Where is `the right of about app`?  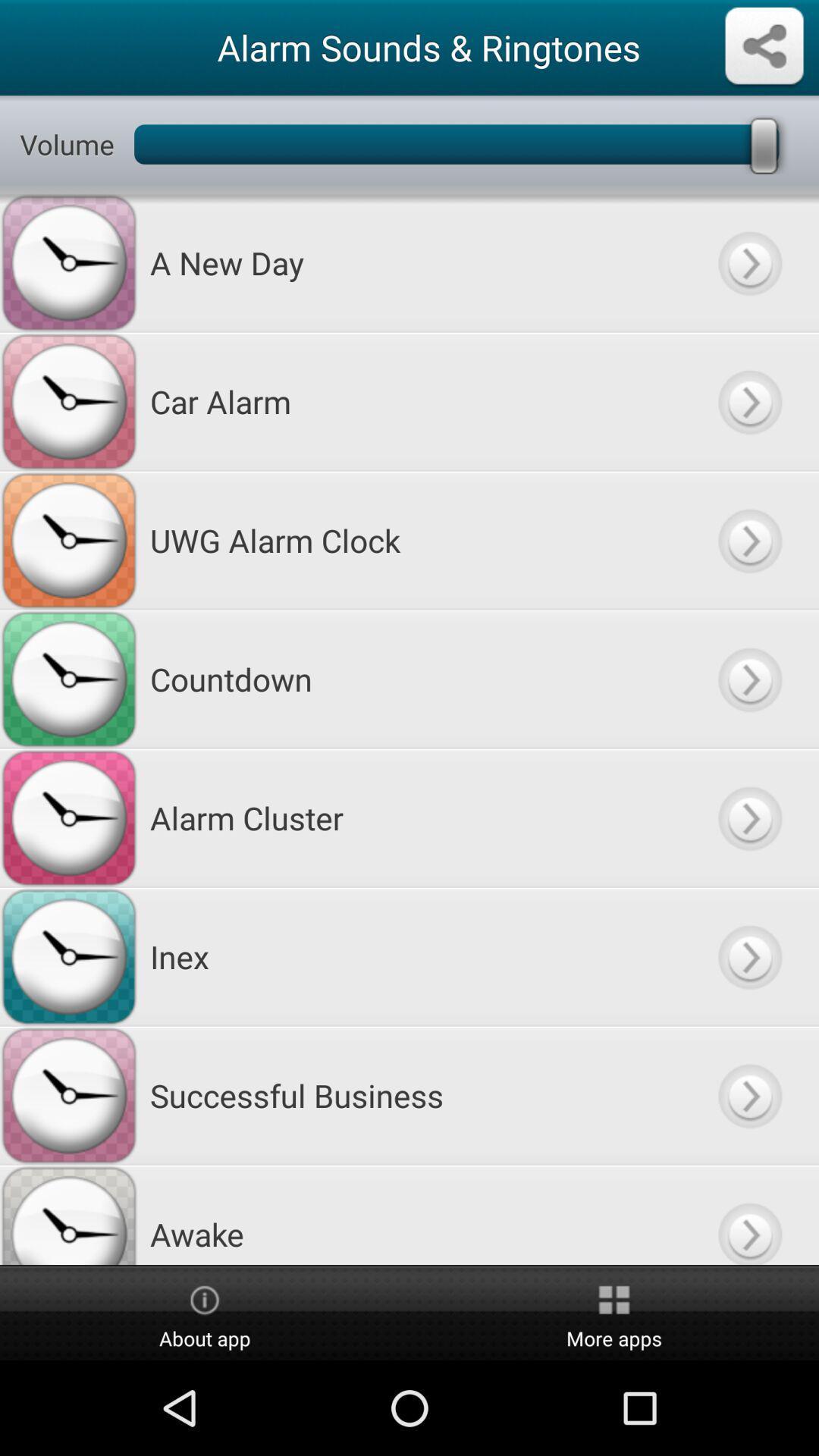
the right of about app is located at coordinates (614, 1313).